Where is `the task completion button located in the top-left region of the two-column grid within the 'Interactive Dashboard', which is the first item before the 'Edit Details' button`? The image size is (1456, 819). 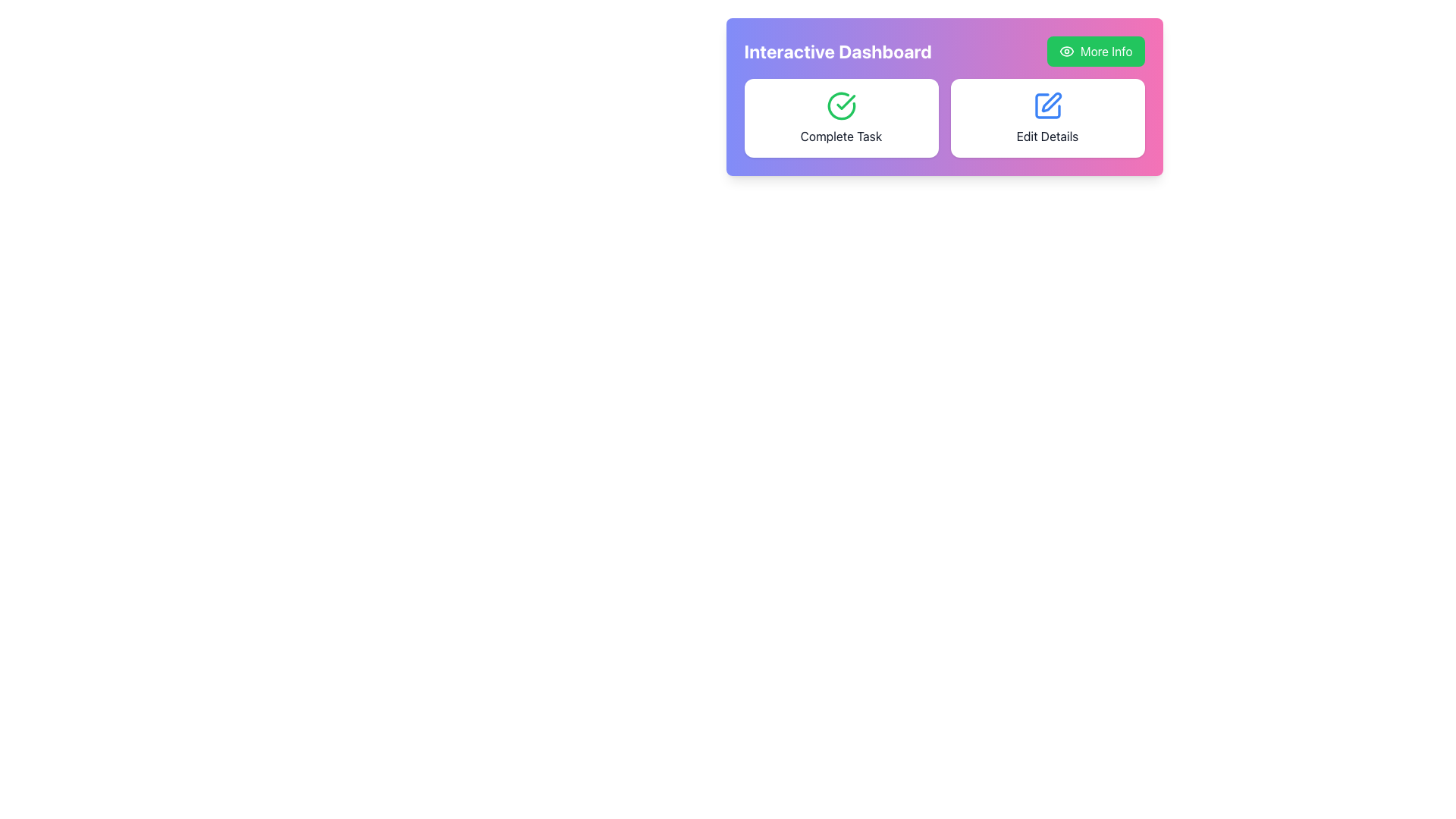 the task completion button located in the top-left region of the two-column grid within the 'Interactive Dashboard', which is the first item before the 'Edit Details' button is located at coordinates (840, 117).